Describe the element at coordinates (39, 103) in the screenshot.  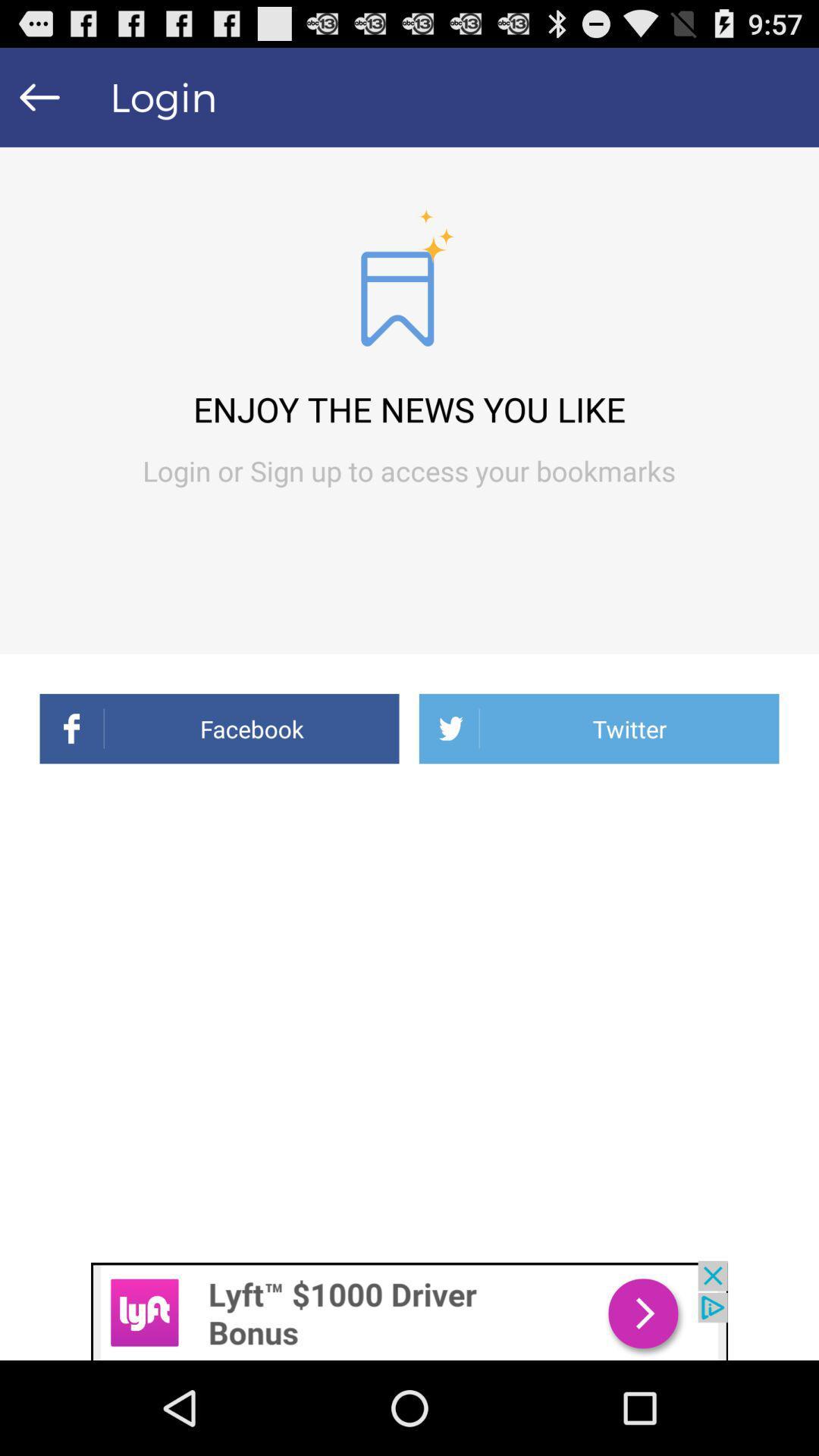
I see `the arrow_backward icon` at that location.